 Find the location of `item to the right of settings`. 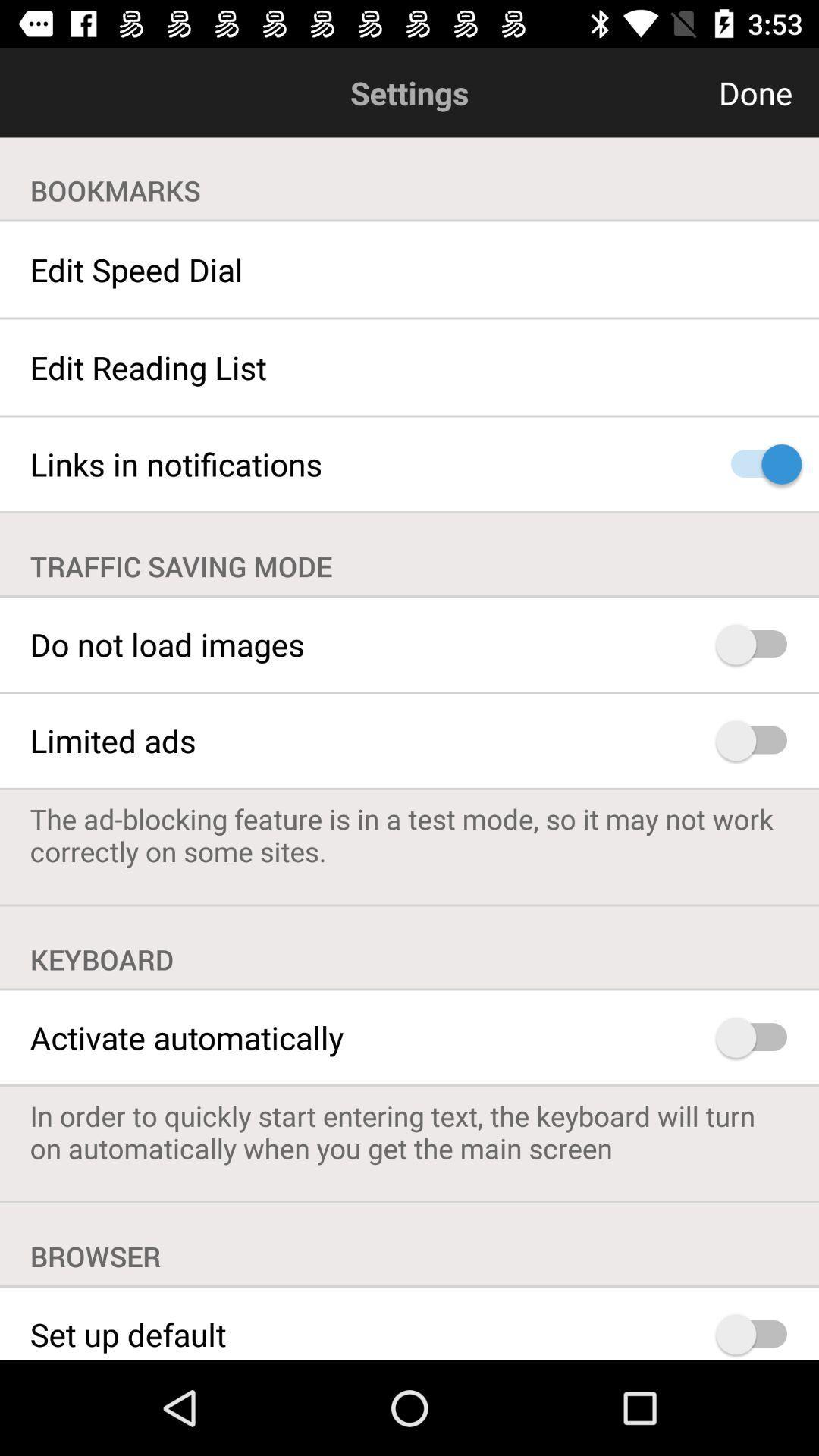

item to the right of settings is located at coordinates (681, 92).